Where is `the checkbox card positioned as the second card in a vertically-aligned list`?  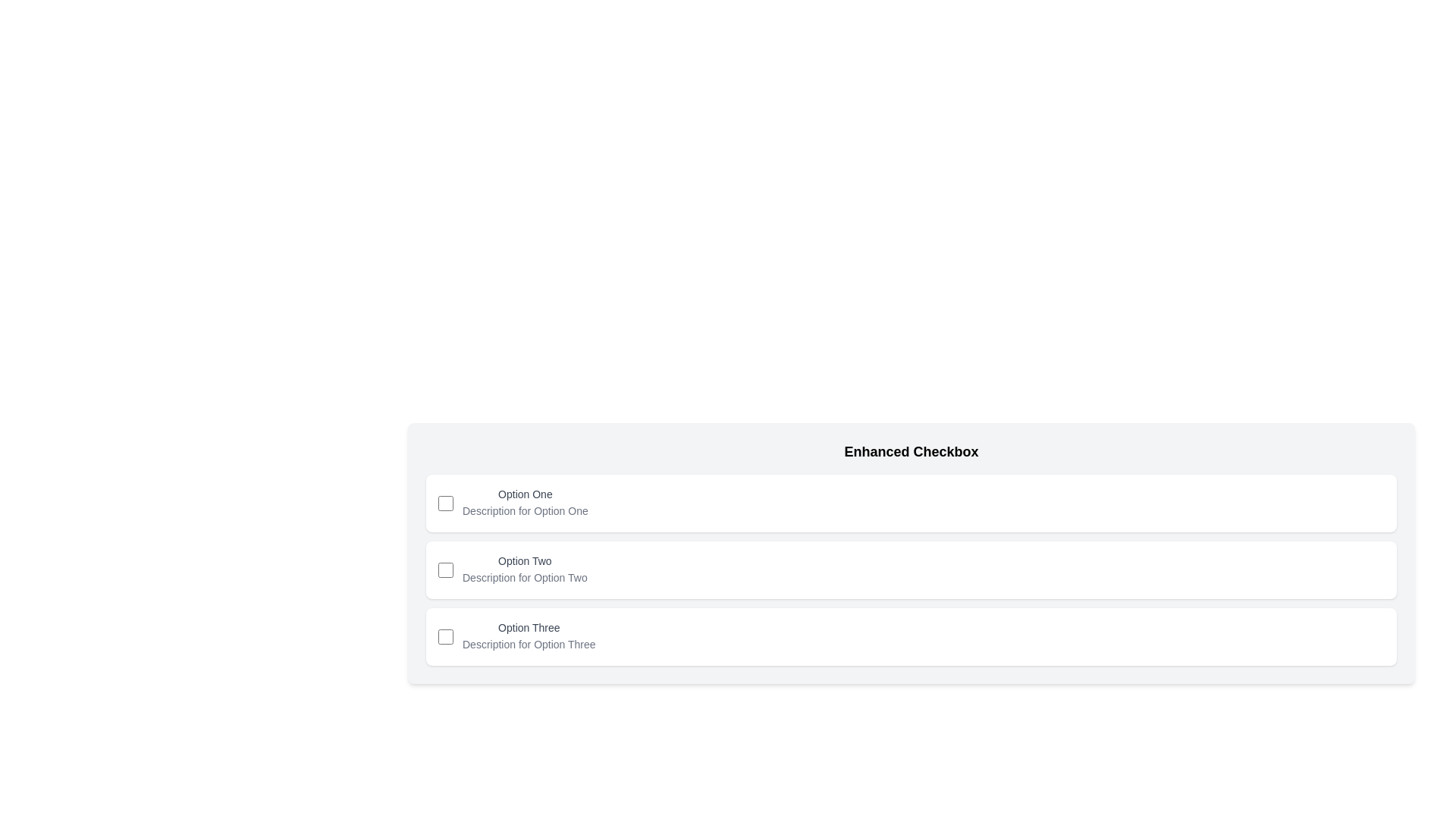
the checkbox card positioned as the second card in a vertically-aligned list is located at coordinates (910, 570).